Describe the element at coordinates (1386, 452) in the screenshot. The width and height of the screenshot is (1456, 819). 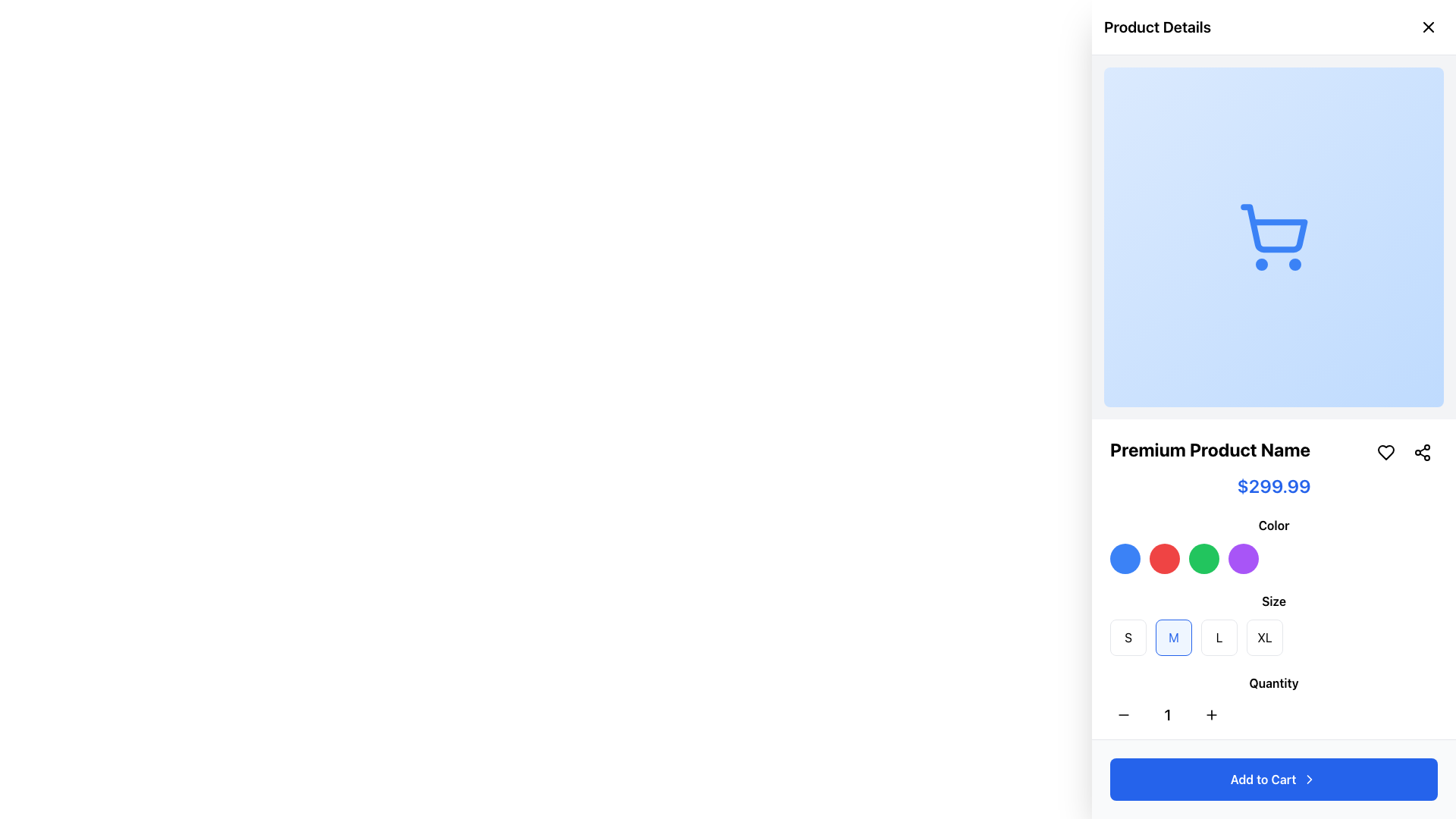
I see `the heart-shaped icon with a black outline, located to the left of the share icon and adjacent to the product title 'Premium Product Name'` at that location.